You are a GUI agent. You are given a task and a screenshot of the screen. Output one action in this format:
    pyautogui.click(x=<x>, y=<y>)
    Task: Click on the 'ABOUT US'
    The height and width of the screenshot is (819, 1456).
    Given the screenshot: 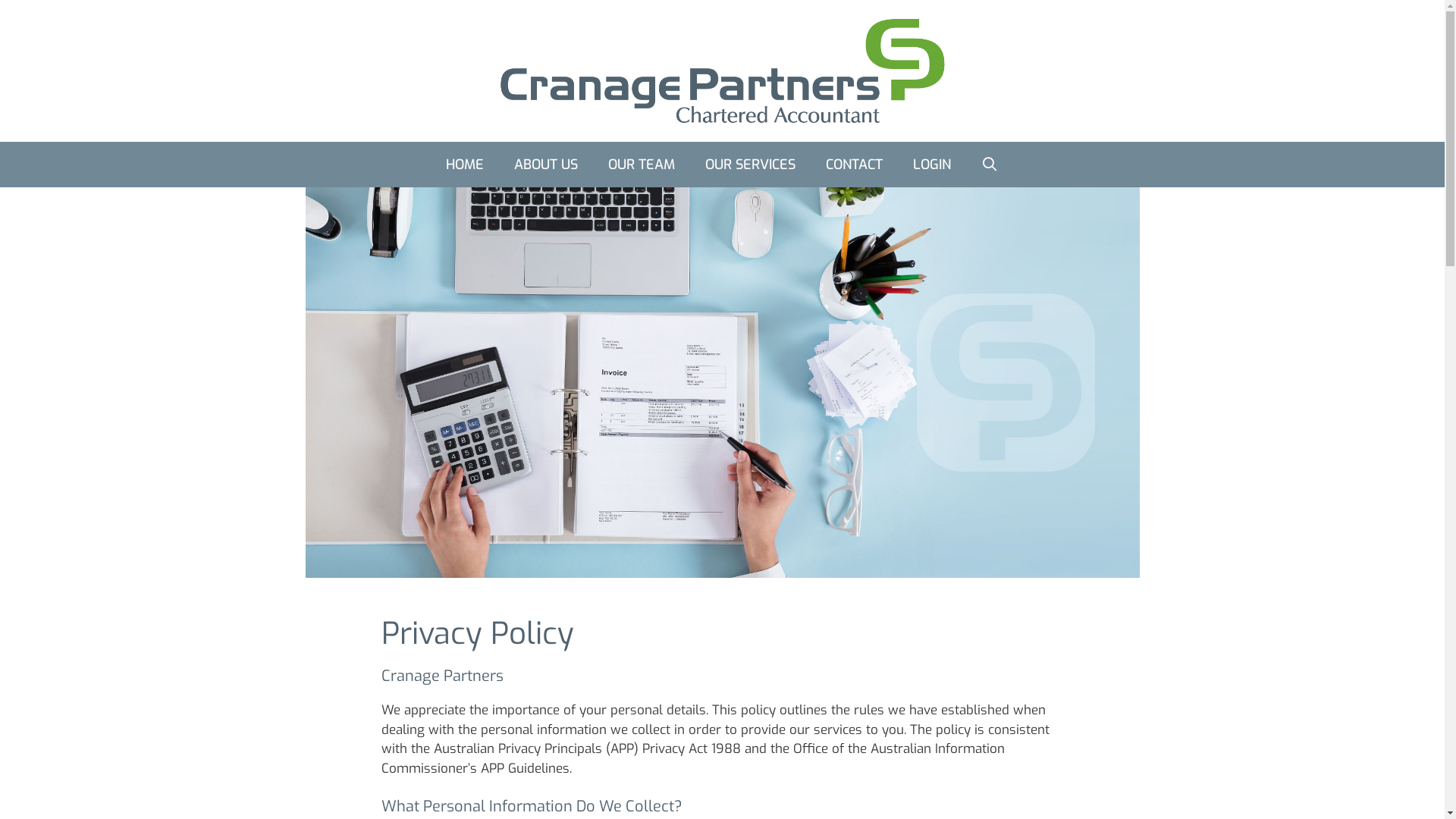 What is the action you would take?
    pyautogui.click(x=546, y=164)
    